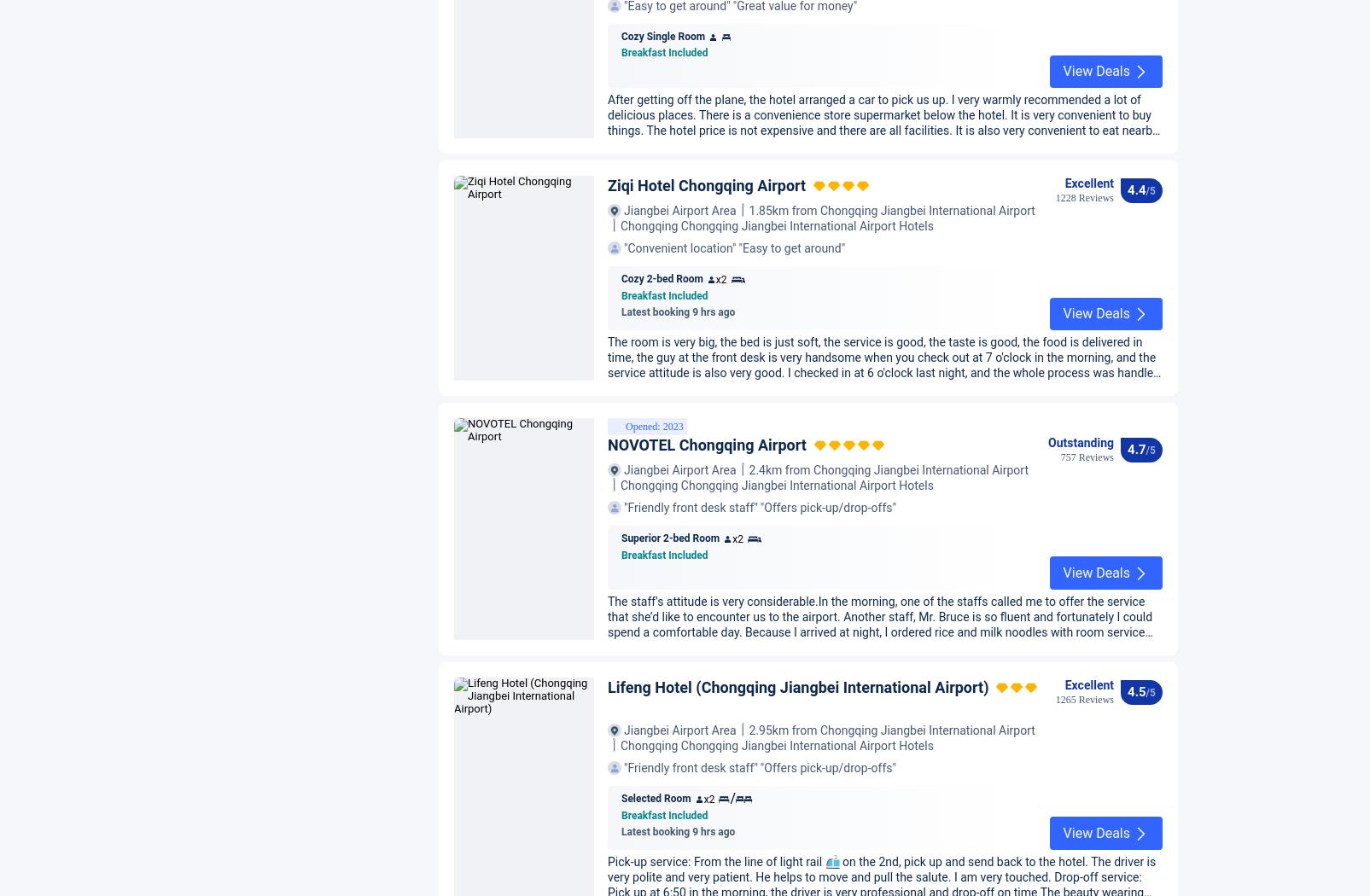  I want to click on 'Latest booking 9 hrs ago', so click(677, 251).